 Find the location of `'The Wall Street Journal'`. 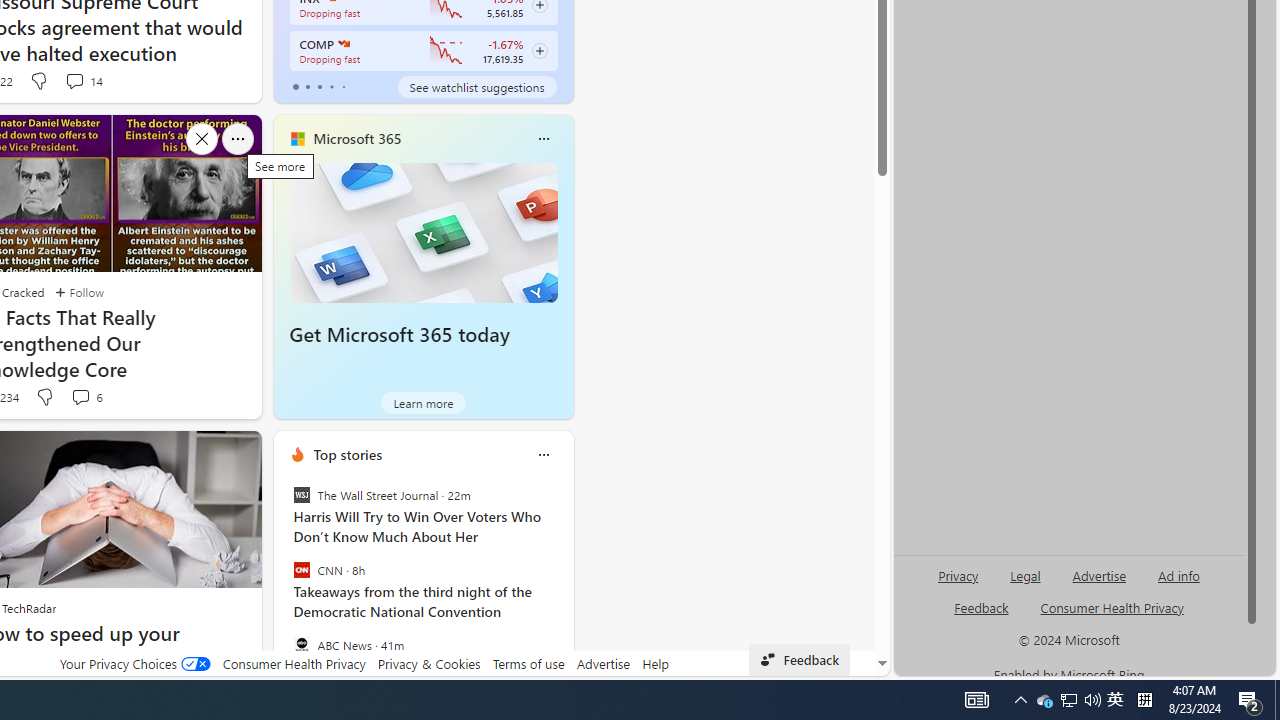

'The Wall Street Journal' is located at coordinates (300, 495).